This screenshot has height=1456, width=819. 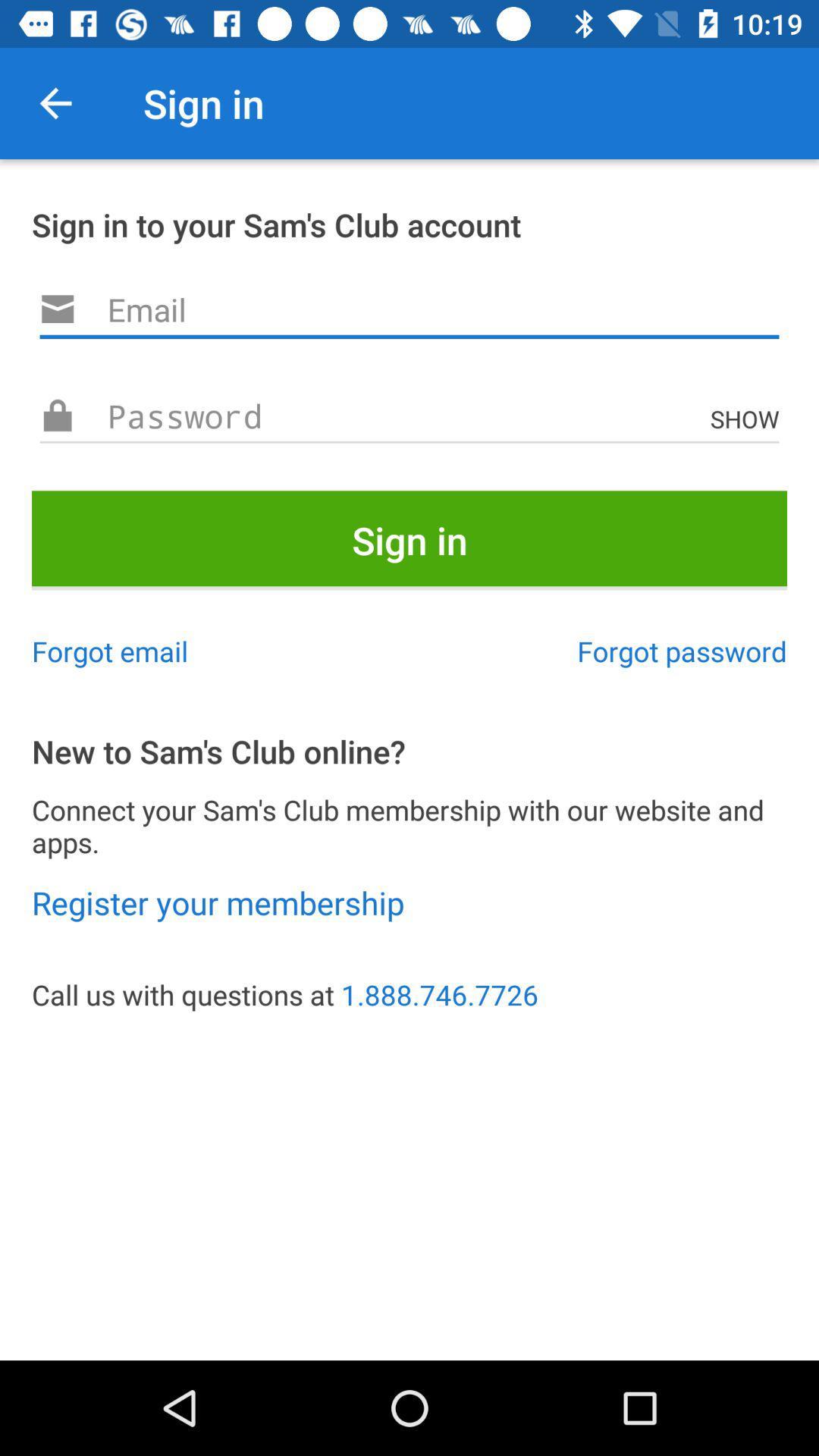 I want to click on the icon below the register your membership item, so click(x=409, y=994).